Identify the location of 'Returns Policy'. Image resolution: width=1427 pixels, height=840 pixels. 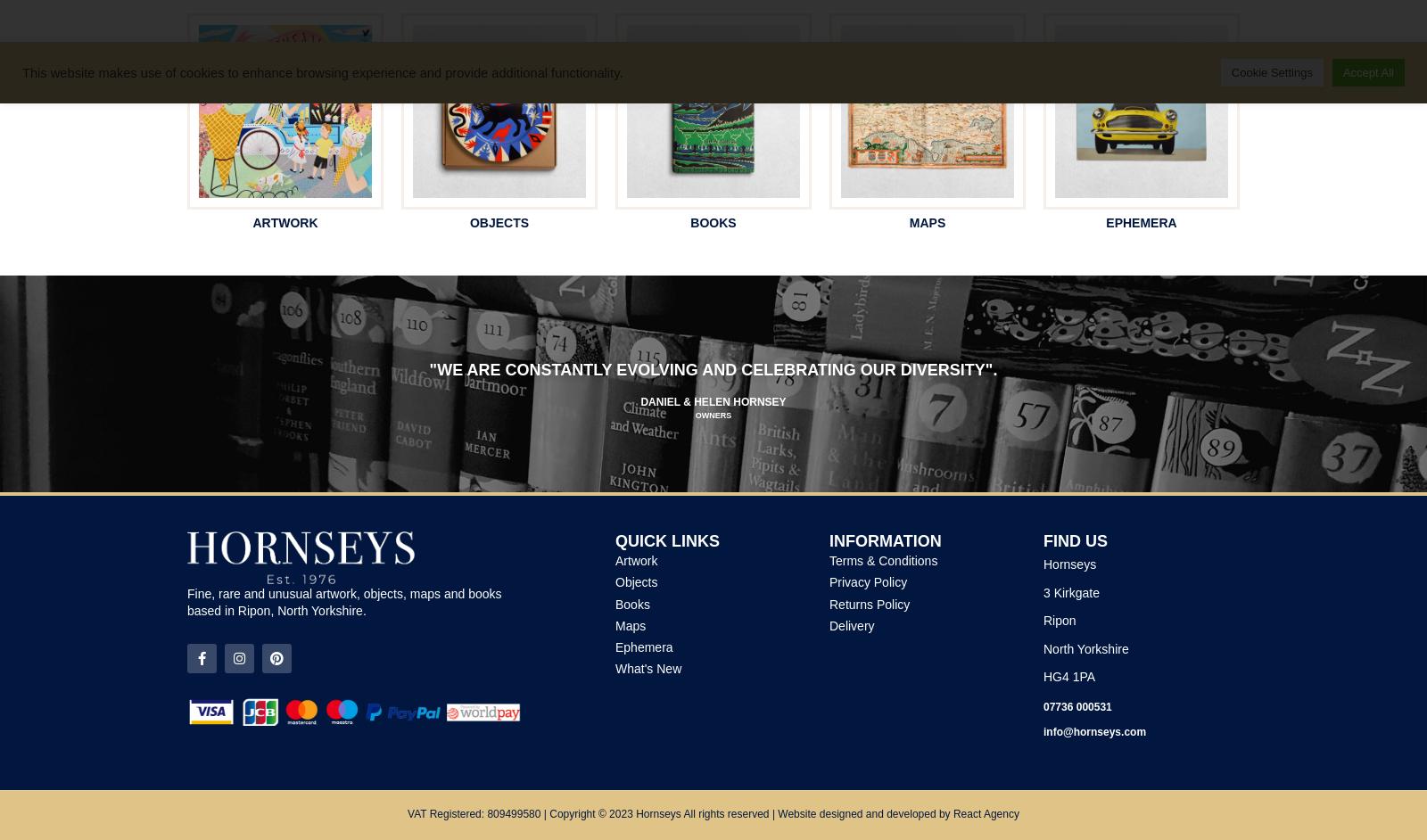
(869, 604).